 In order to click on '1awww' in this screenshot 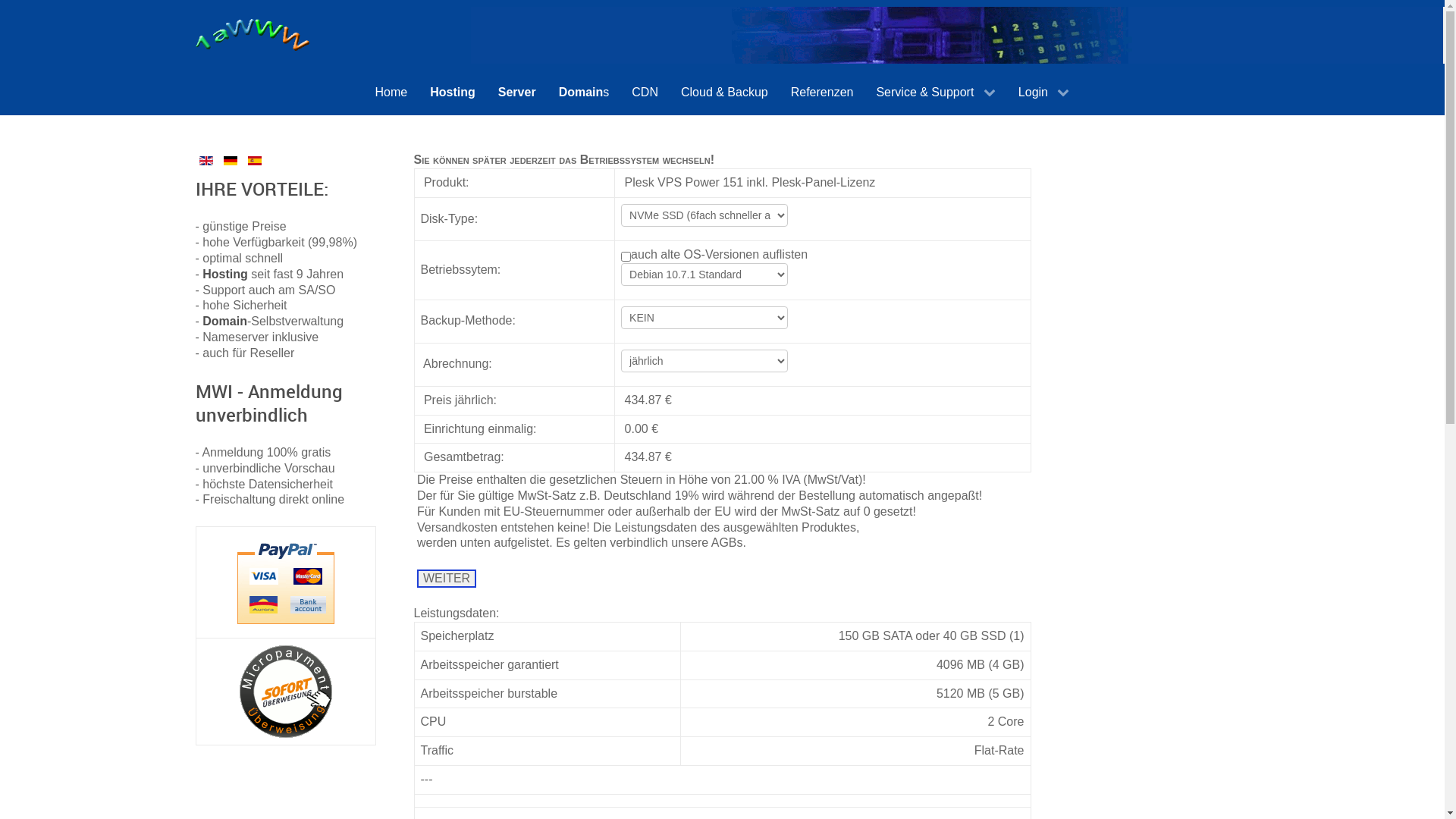, I will do `click(195, 34)`.